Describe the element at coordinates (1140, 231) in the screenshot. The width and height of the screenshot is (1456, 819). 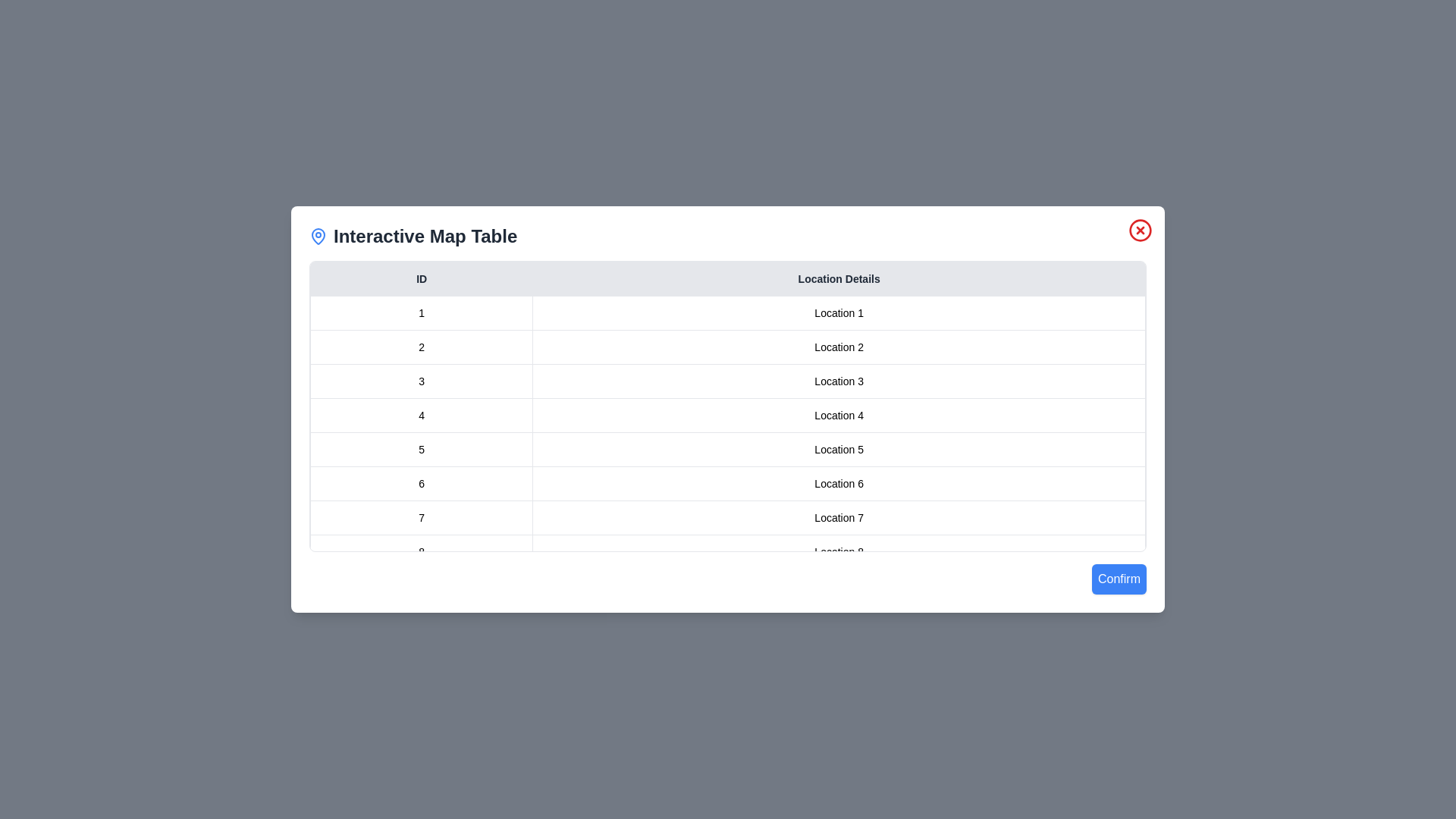
I see `close button in the top-right corner of the dialog` at that location.